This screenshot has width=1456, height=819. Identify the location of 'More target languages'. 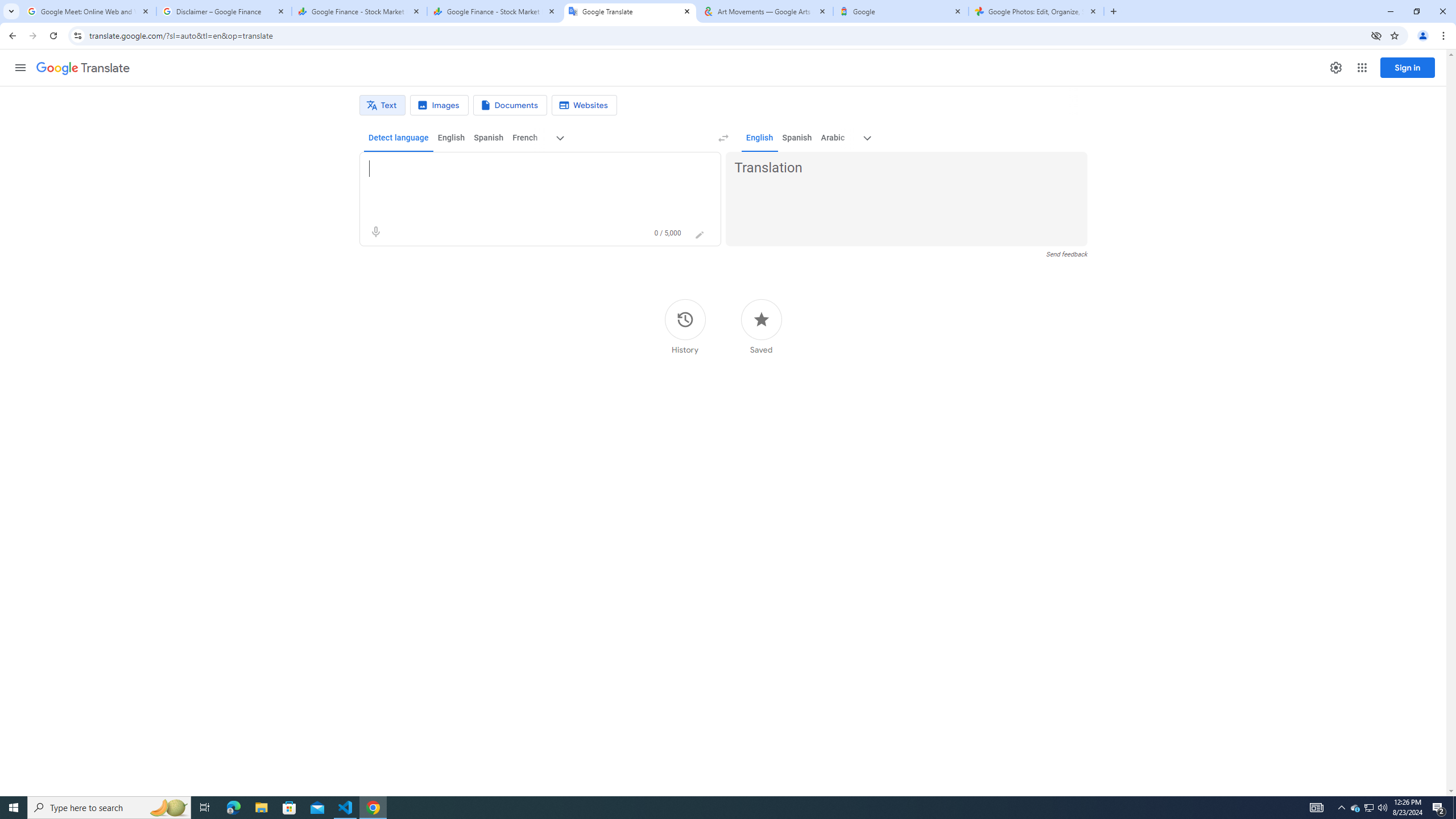
(867, 138).